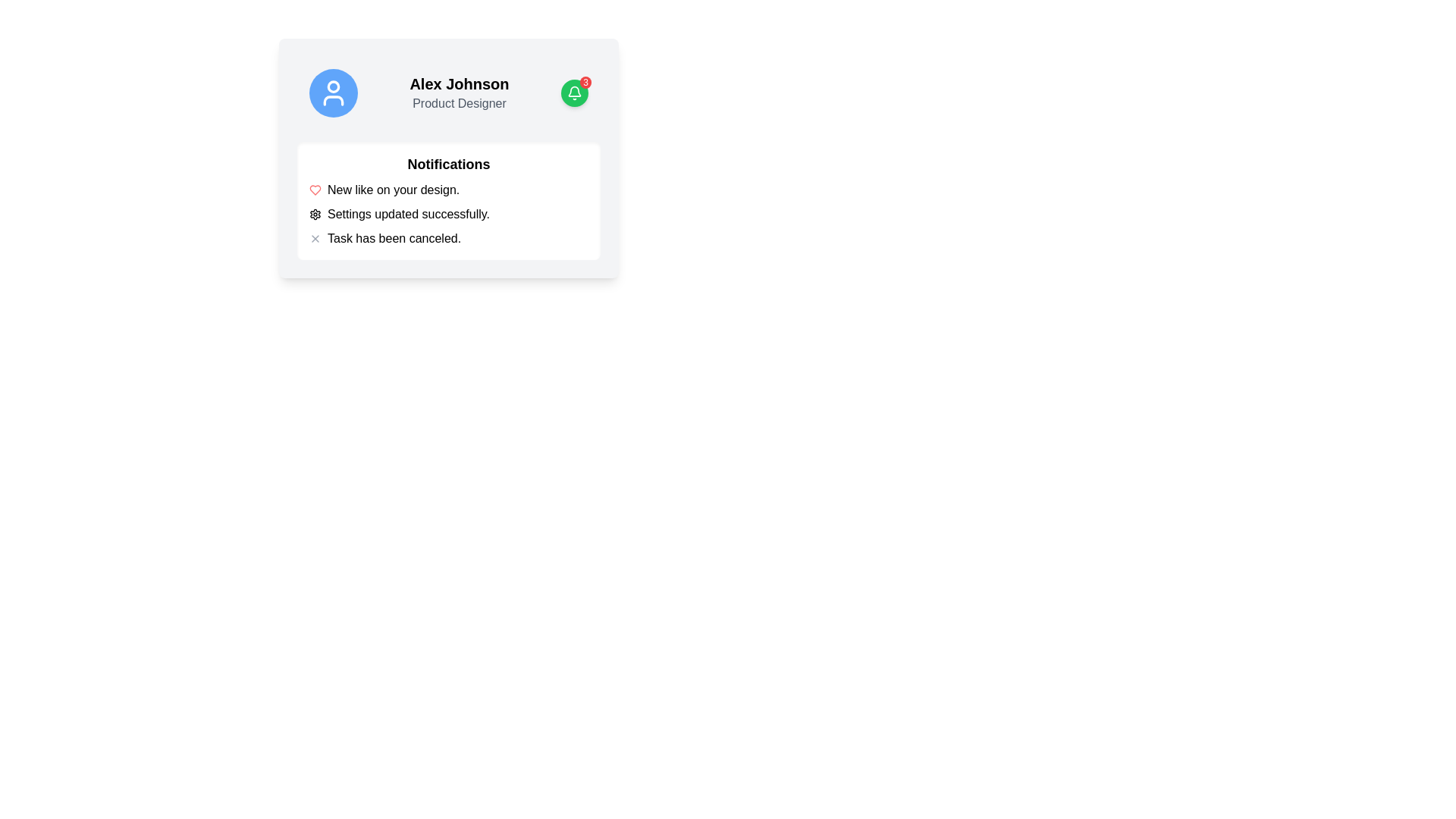 This screenshot has height=819, width=1456. Describe the element at coordinates (394, 189) in the screenshot. I see `text content of the notification label that says 'New like on your design.' which is rendered in bold black font and located within the first notification block in the 'Notifications' section` at that location.